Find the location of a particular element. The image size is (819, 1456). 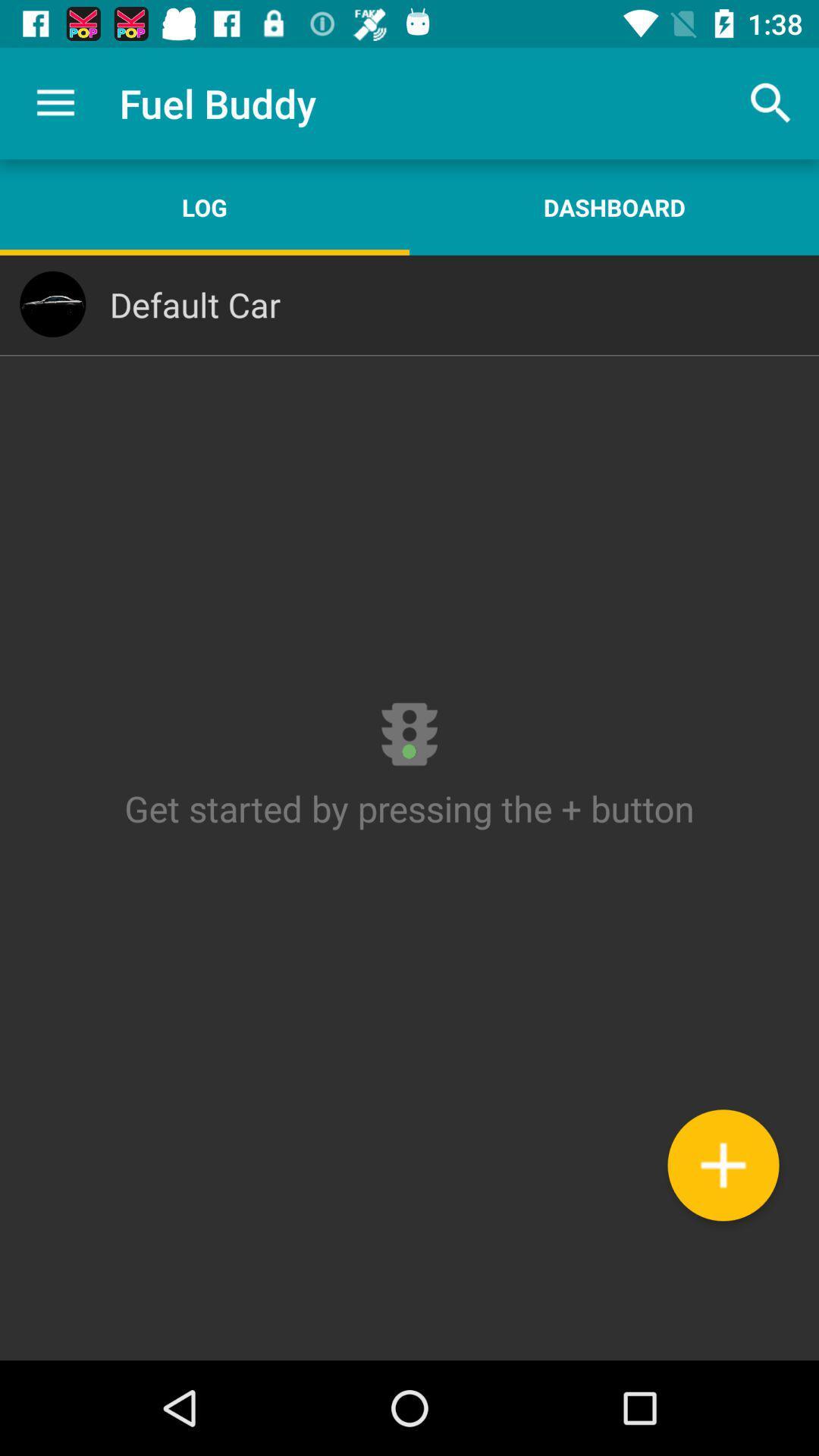

the log is located at coordinates (205, 206).